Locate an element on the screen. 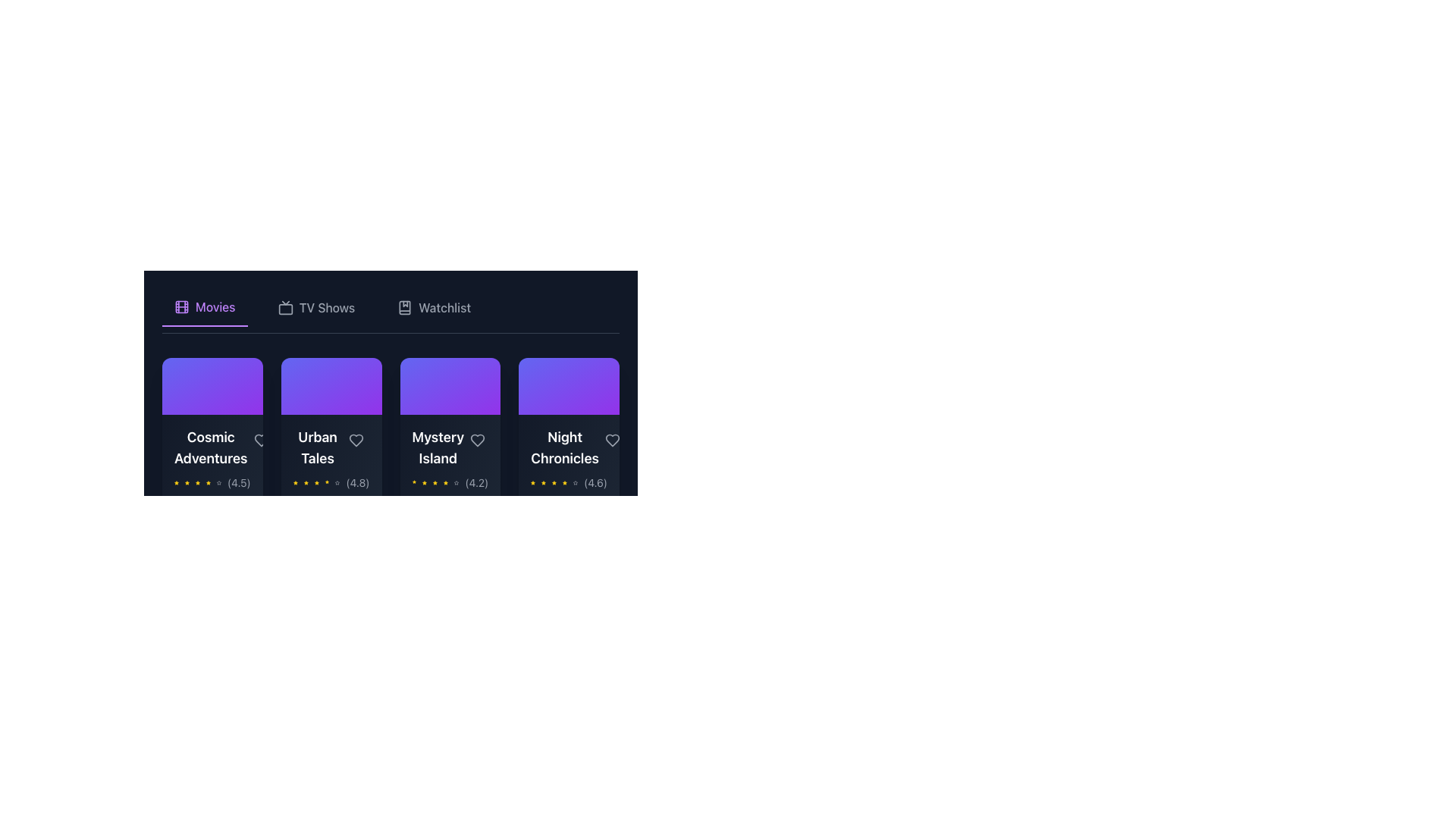 The height and width of the screenshot is (819, 1456). the first star icon in the rating display associated with the 'Night Chronicles' title is located at coordinates (533, 482).